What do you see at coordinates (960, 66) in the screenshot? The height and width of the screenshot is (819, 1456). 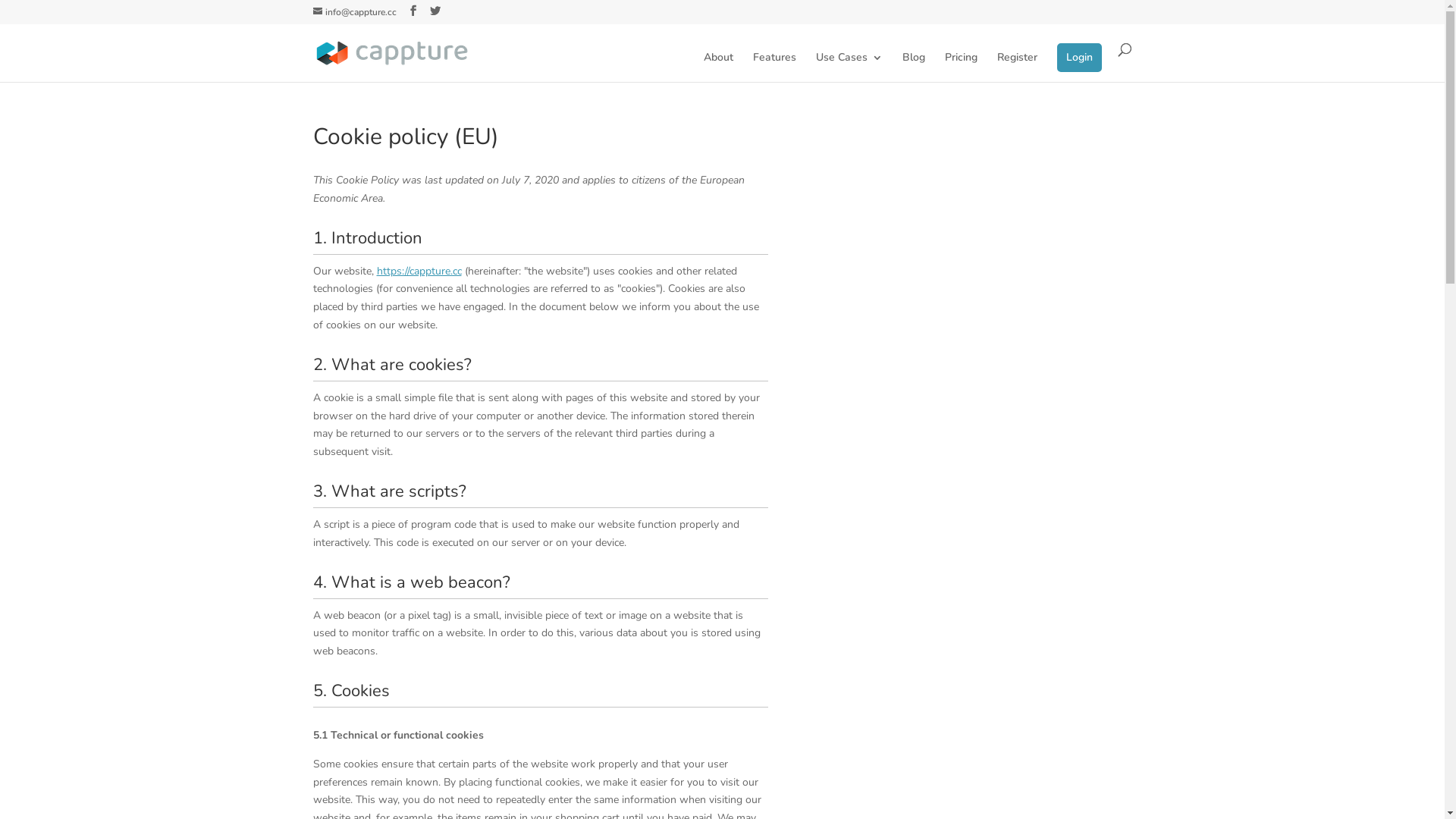 I see `'Pricing'` at bounding box center [960, 66].